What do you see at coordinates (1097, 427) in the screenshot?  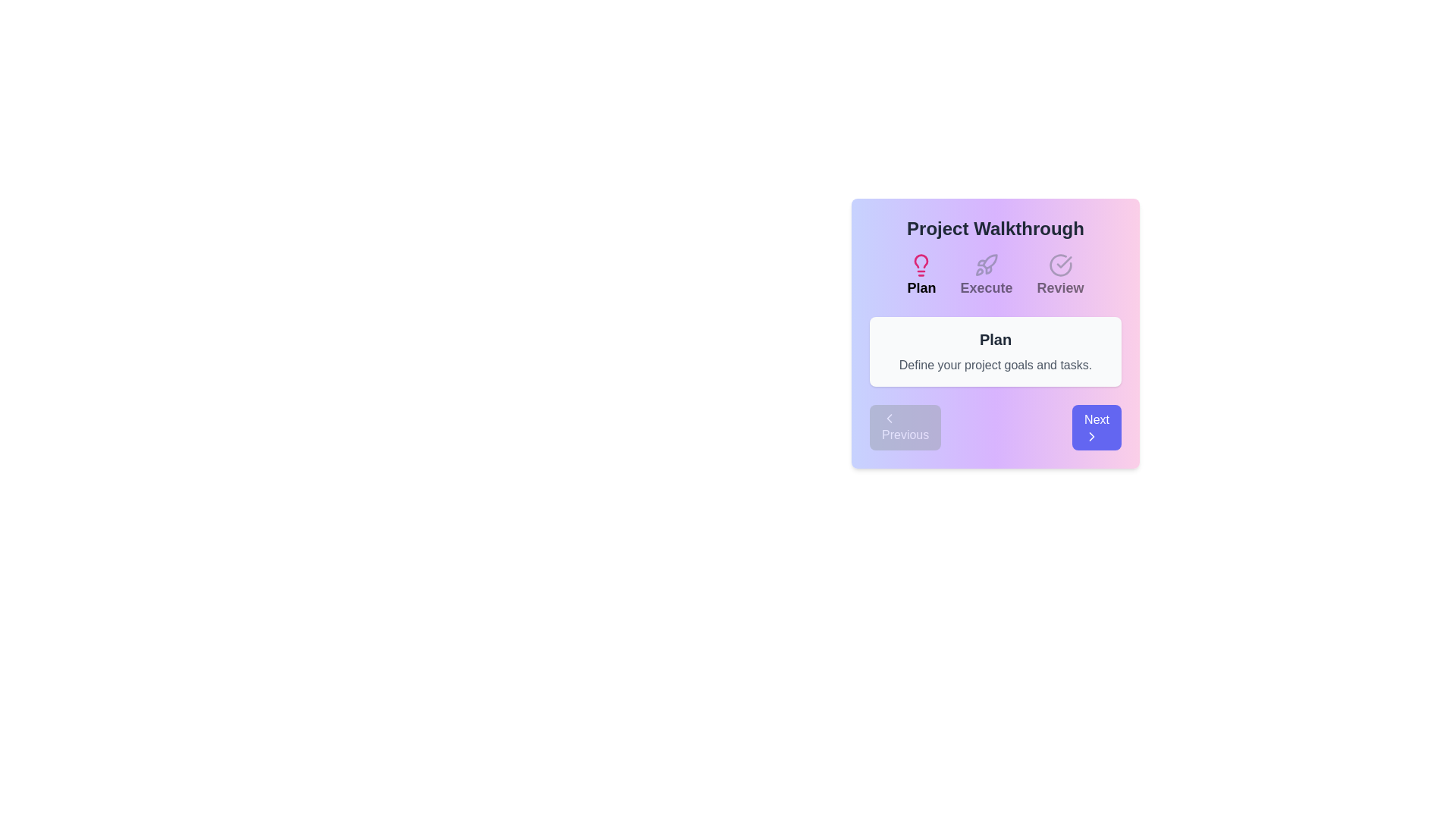 I see `the 'Next' button to navigate to the next step` at bounding box center [1097, 427].